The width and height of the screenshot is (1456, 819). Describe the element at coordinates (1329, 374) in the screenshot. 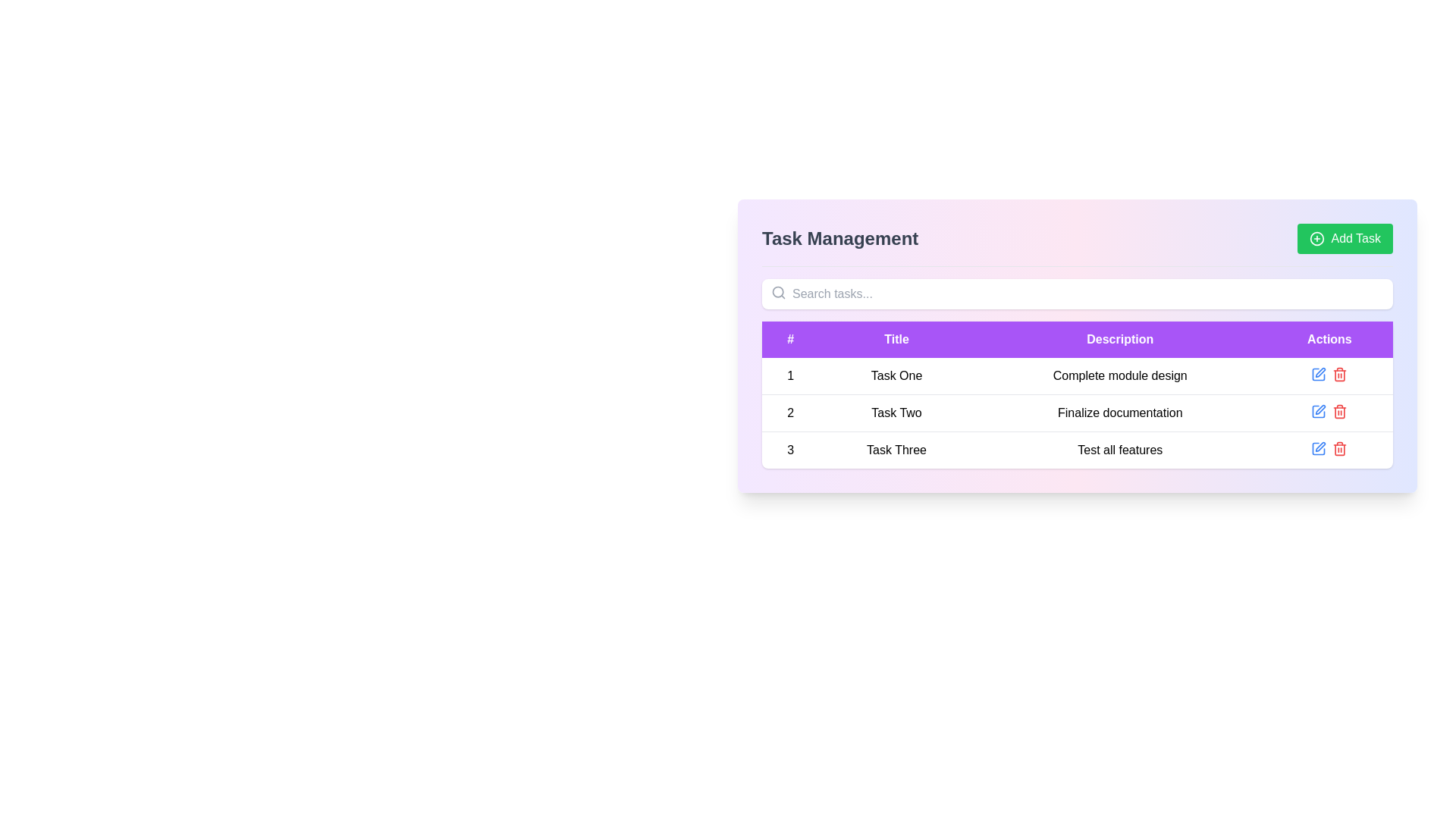

I see `the interactive icon group containing the blue pencil and red trash bin icons located in the 'Actions' column of the first row corresponding to 'Task One'` at that location.